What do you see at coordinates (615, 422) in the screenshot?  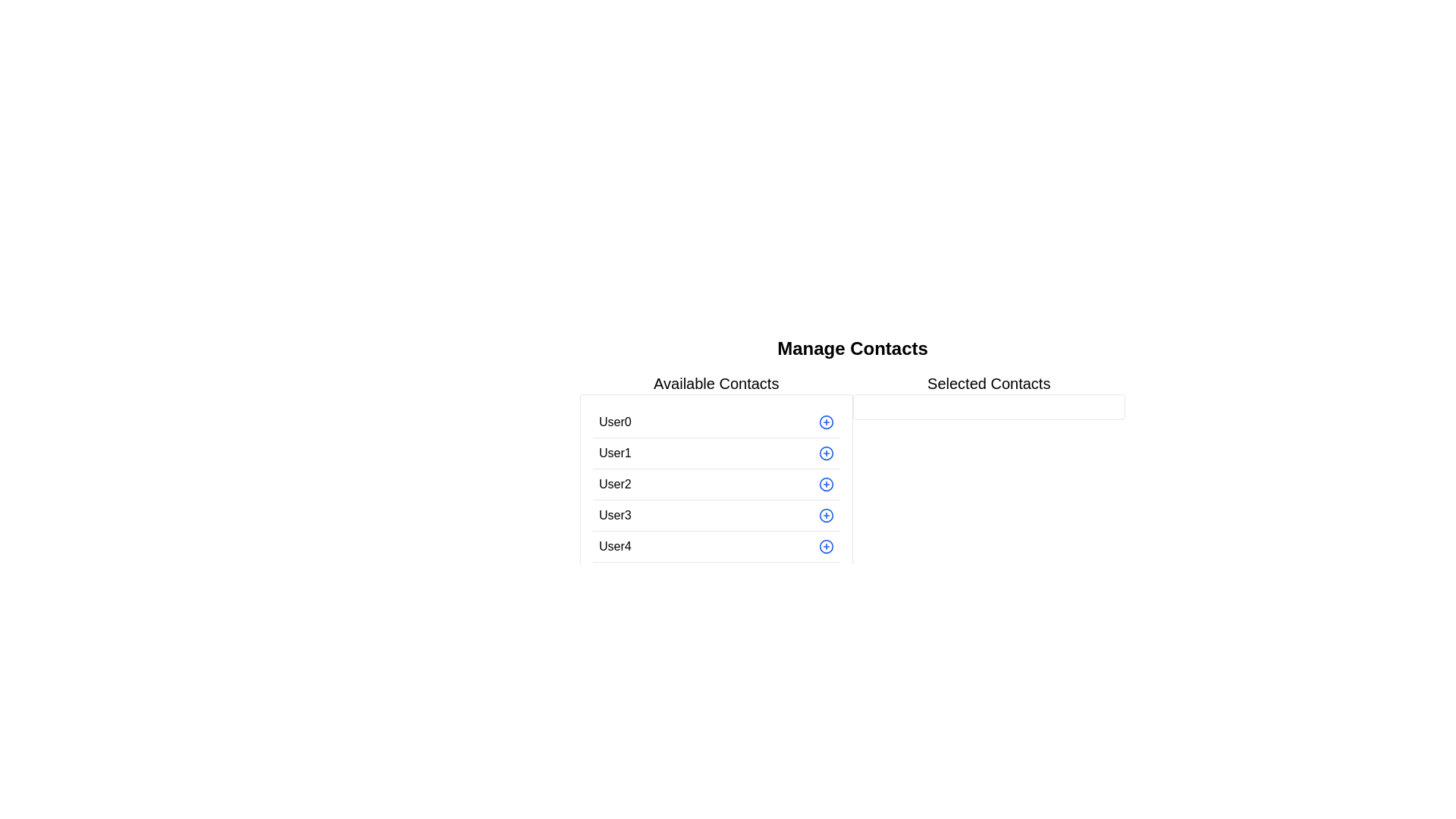 I see `the text label displaying 'User0' located in the 'Available Contacts' section, which is the first entry in the list and positioned to the left of the '+' button` at bounding box center [615, 422].